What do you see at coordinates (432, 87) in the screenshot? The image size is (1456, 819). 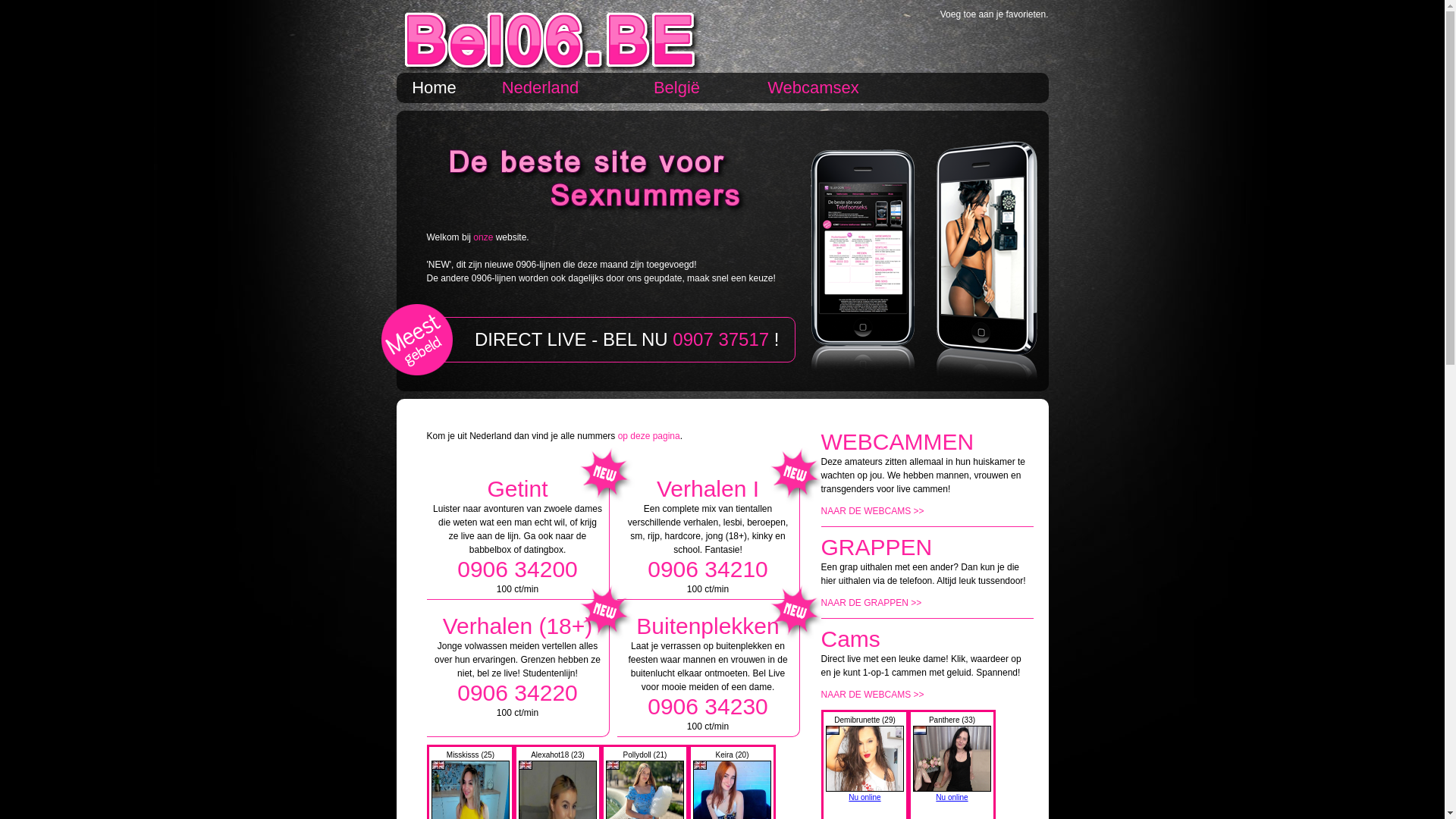 I see `'Home'` at bounding box center [432, 87].